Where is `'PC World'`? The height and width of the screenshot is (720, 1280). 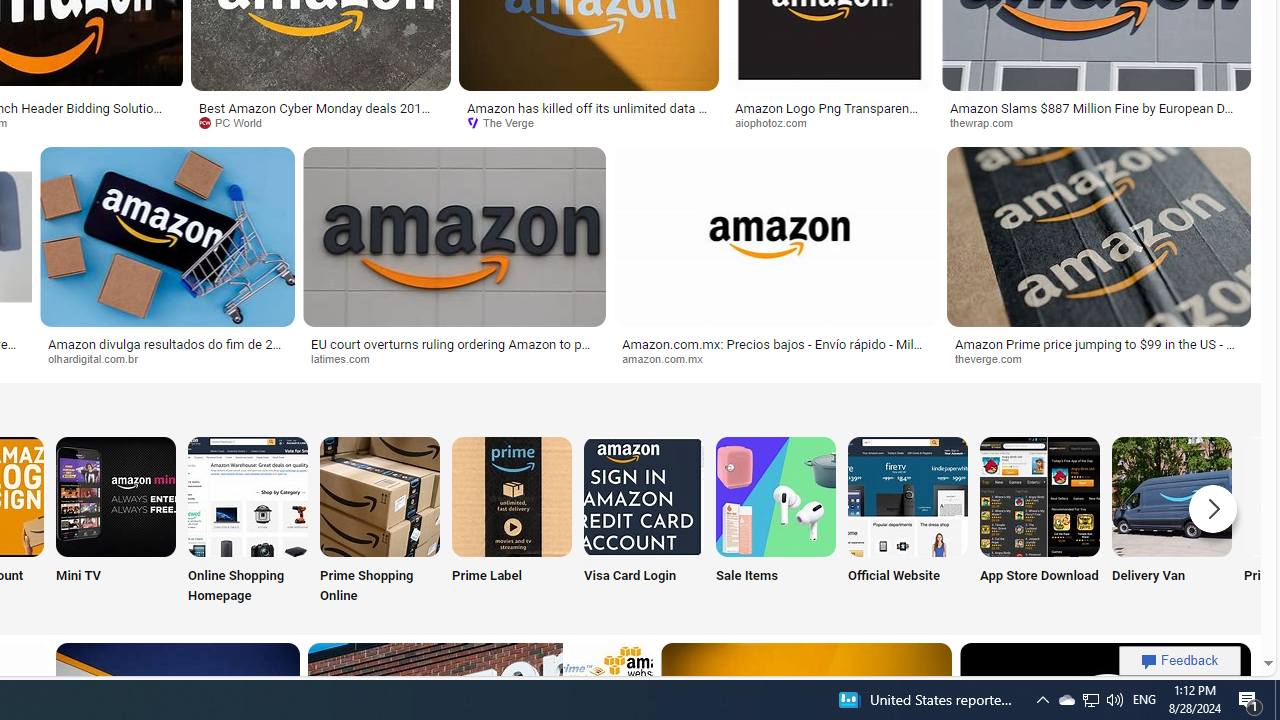
'PC World' is located at coordinates (237, 122).